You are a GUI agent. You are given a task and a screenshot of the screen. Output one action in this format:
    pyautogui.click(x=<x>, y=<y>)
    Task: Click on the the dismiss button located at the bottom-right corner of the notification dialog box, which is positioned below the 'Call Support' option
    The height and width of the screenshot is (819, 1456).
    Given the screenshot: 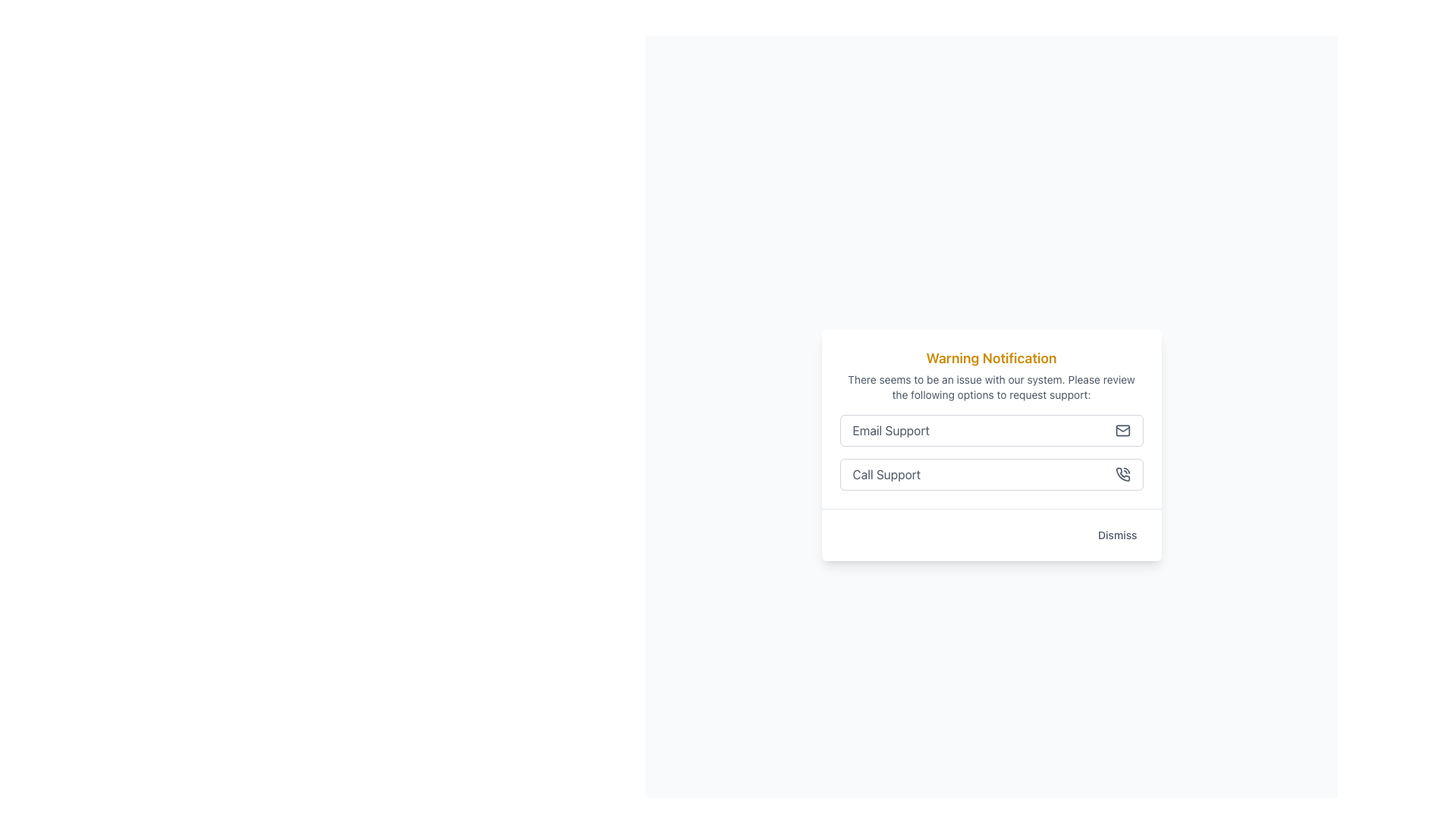 What is the action you would take?
    pyautogui.click(x=991, y=534)
    